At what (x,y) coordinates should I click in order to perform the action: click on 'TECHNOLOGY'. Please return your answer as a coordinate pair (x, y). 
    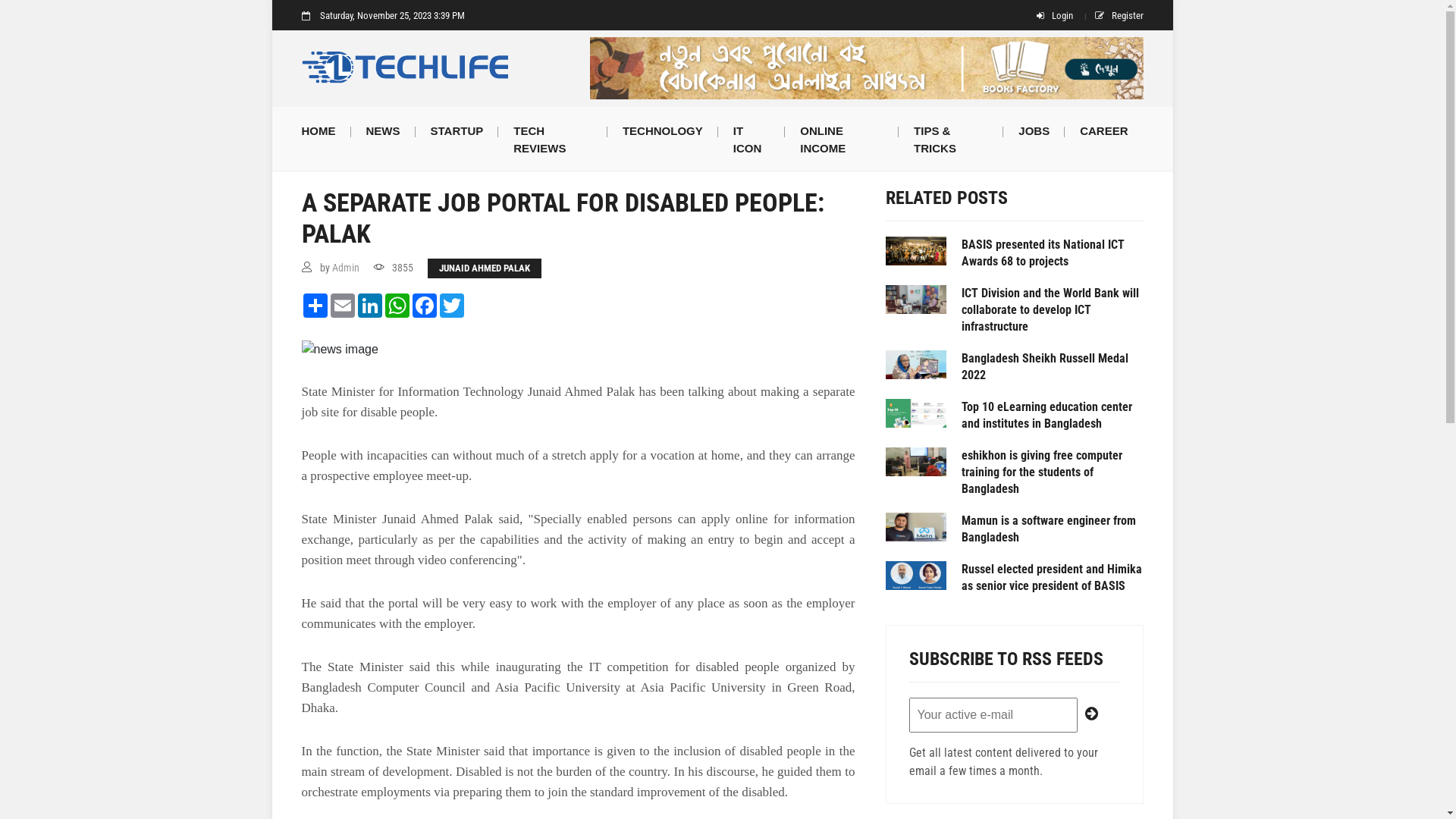
    Looking at the image, I should click on (662, 130).